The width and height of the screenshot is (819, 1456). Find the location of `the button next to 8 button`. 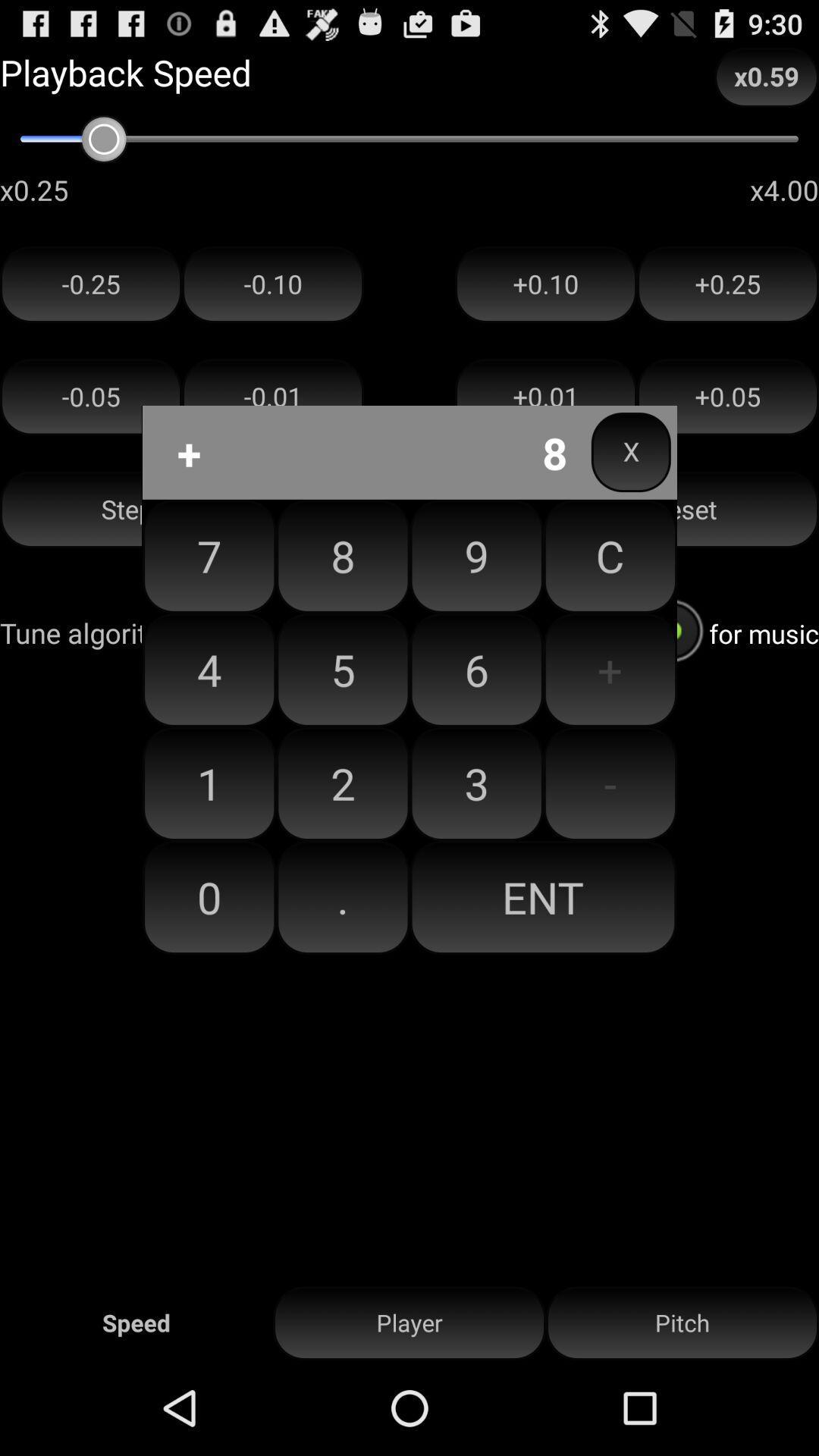

the button next to 8 button is located at coordinates (475, 669).